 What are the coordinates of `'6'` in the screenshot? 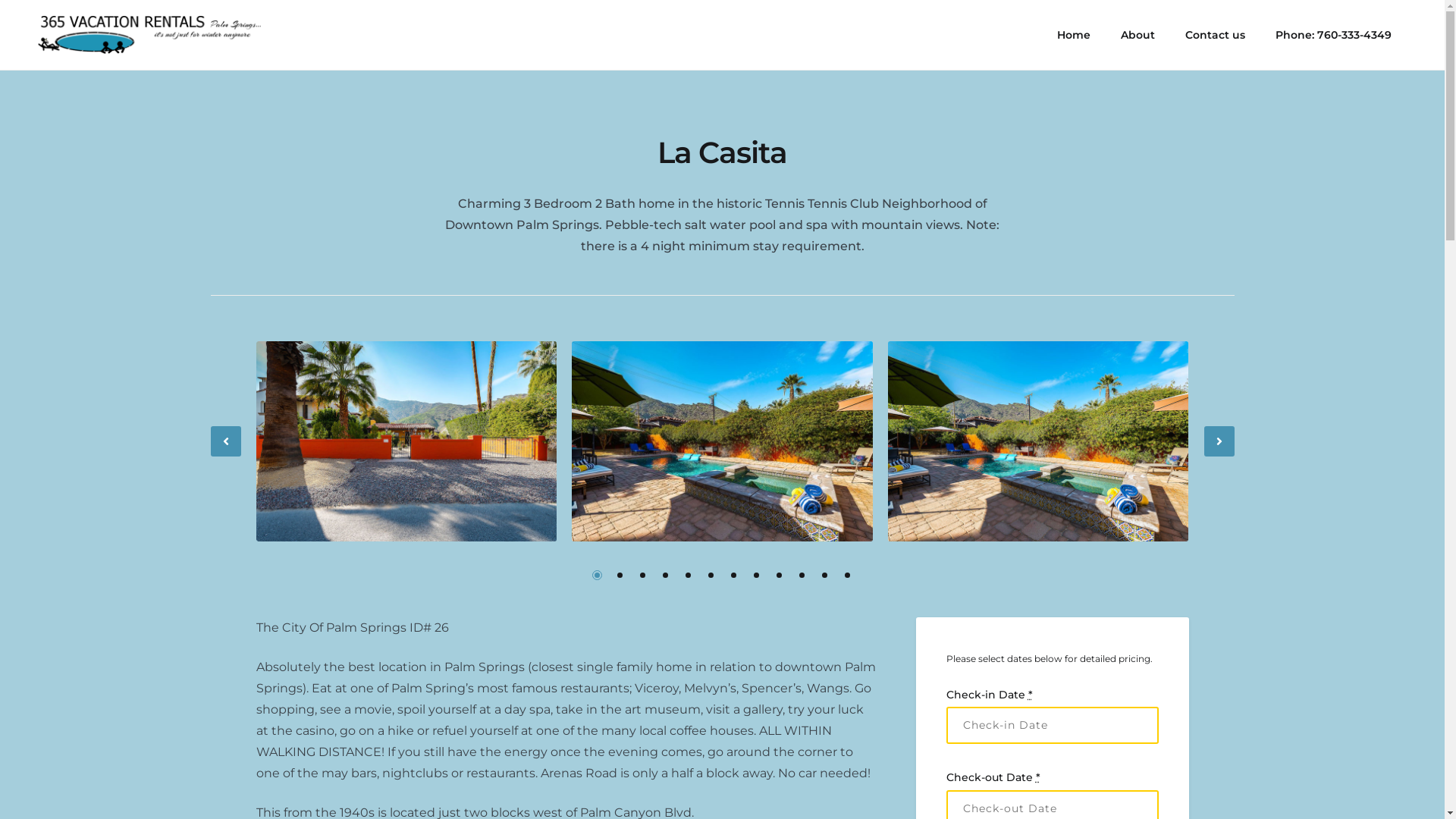 It's located at (710, 575).